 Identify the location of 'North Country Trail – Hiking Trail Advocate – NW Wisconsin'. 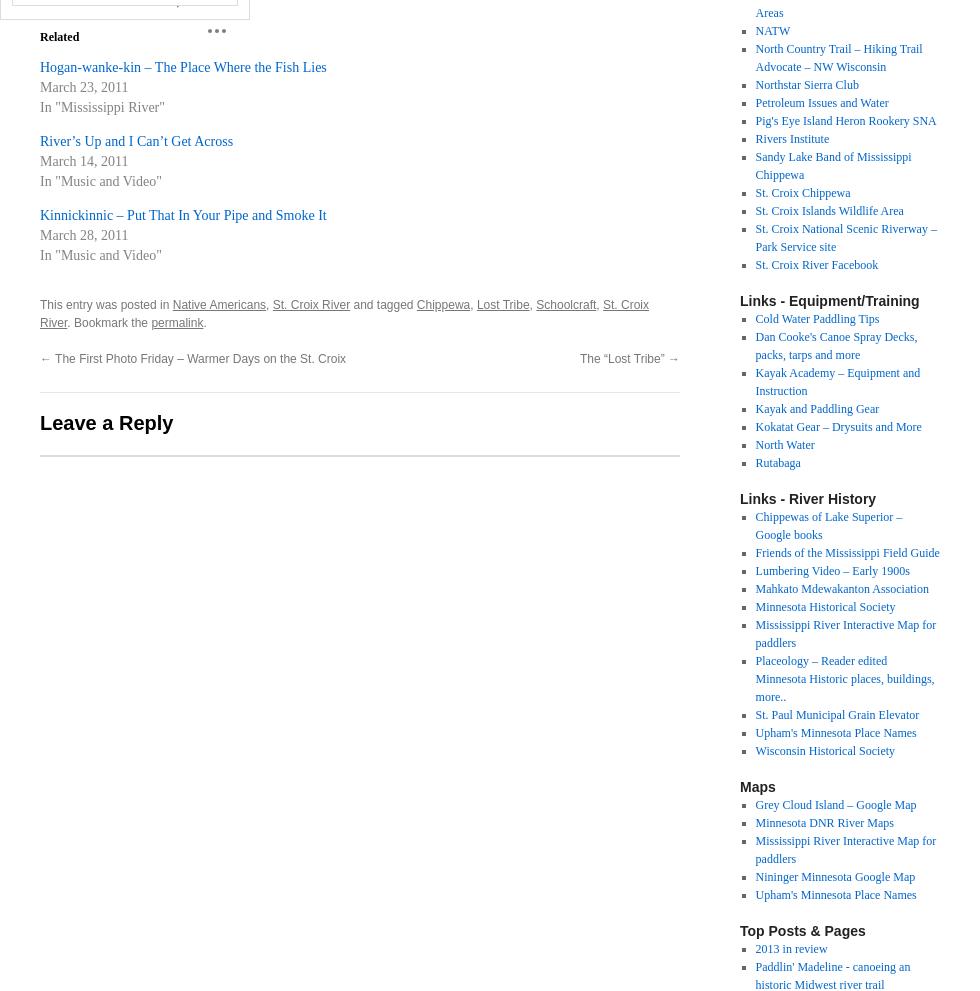
(838, 57).